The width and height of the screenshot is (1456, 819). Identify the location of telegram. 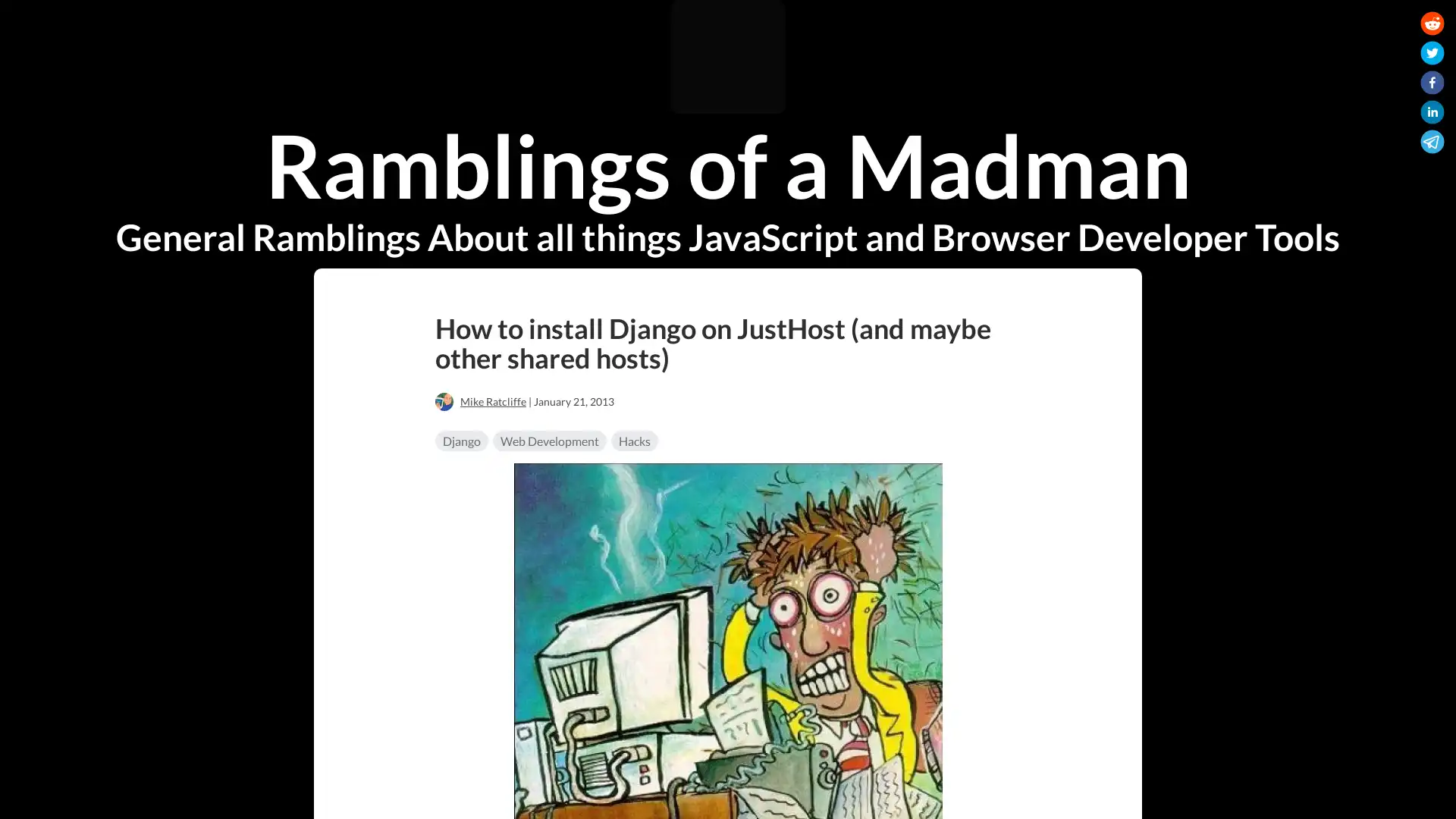
(1432, 144).